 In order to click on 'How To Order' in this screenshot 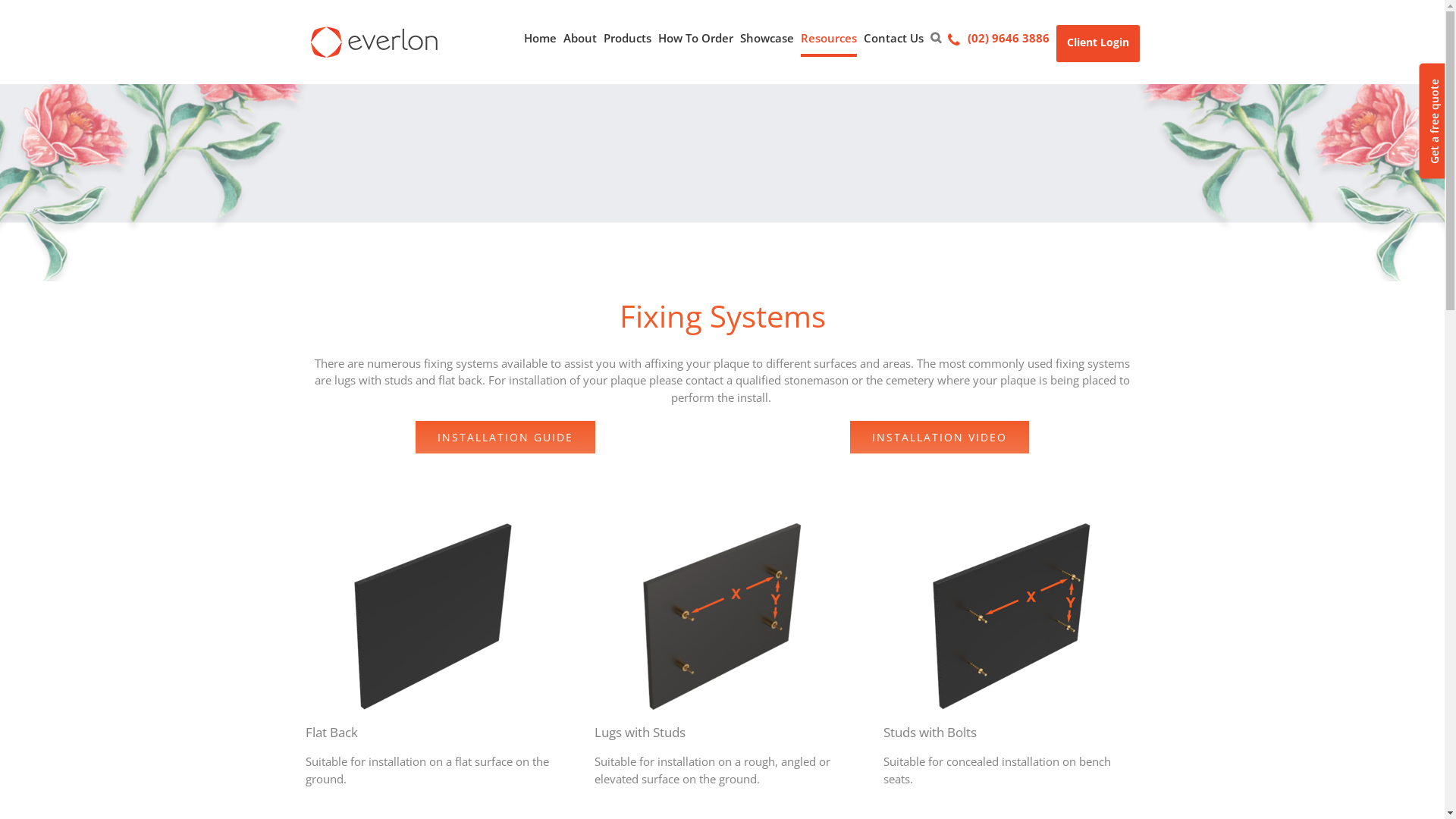, I will do `click(695, 38)`.